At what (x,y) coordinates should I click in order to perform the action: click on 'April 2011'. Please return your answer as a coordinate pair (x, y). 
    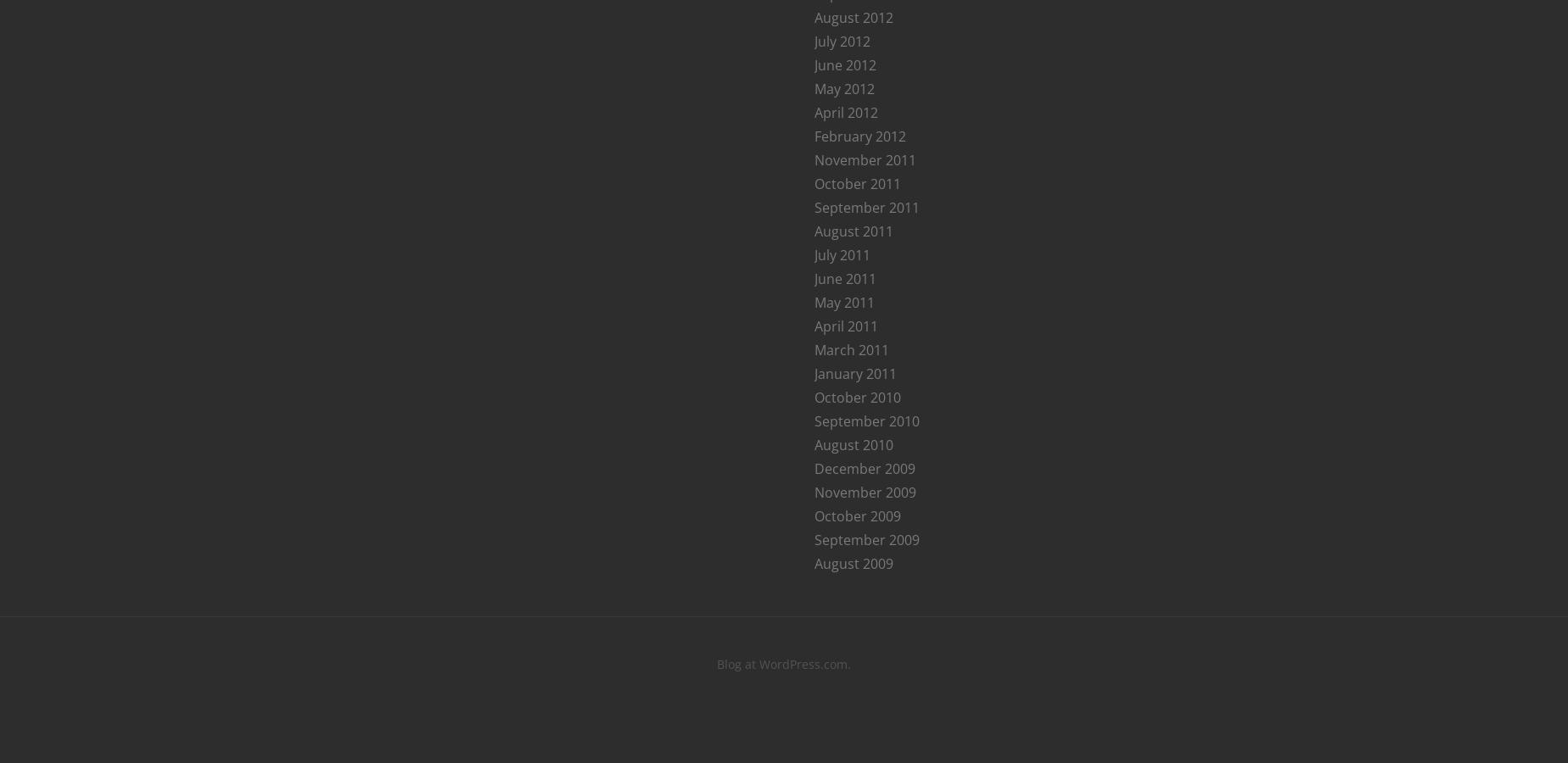
    Looking at the image, I should click on (814, 326).